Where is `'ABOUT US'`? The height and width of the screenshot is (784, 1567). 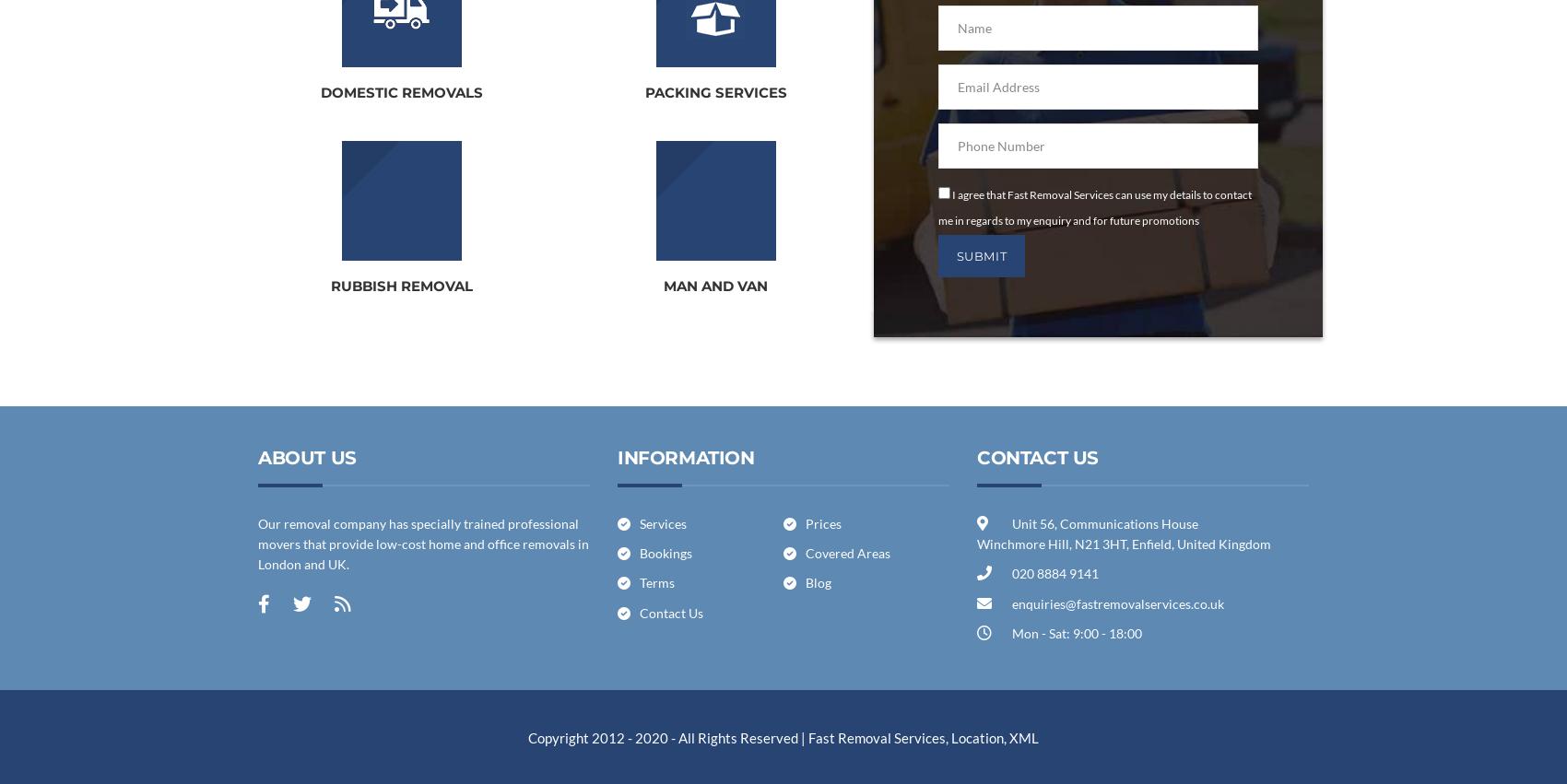 'ABOUT US' is located at coordinates (306, 455).